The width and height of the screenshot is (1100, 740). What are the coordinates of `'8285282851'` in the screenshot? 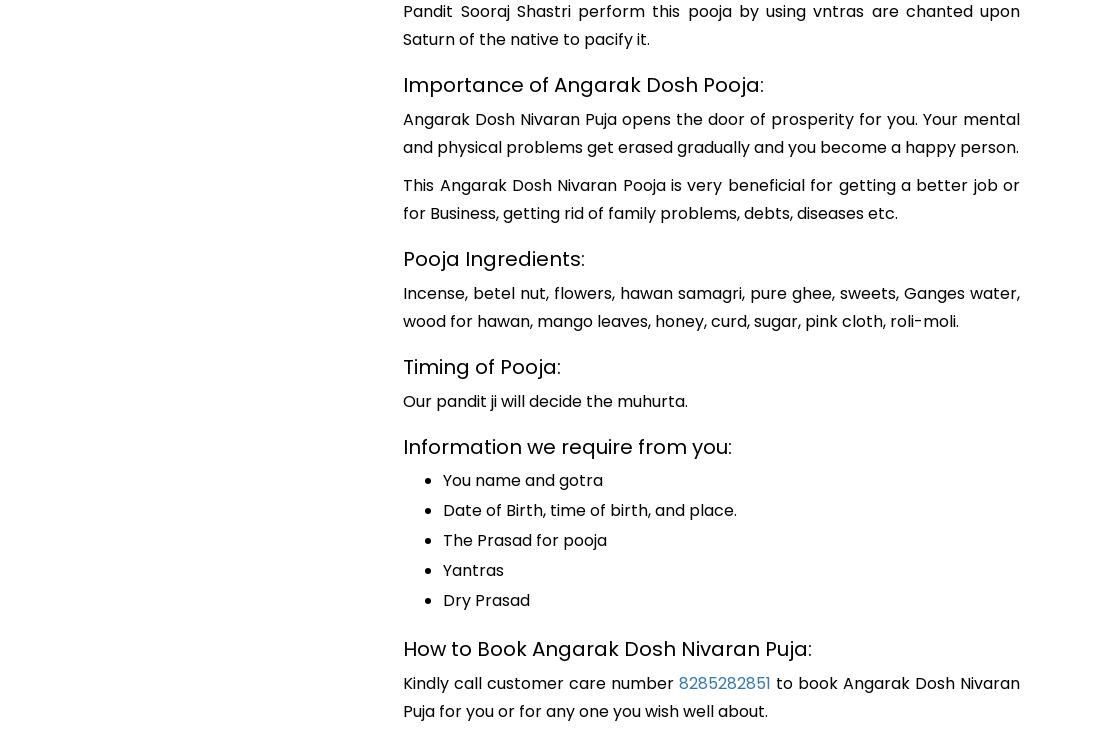 It's located at (724, 682).